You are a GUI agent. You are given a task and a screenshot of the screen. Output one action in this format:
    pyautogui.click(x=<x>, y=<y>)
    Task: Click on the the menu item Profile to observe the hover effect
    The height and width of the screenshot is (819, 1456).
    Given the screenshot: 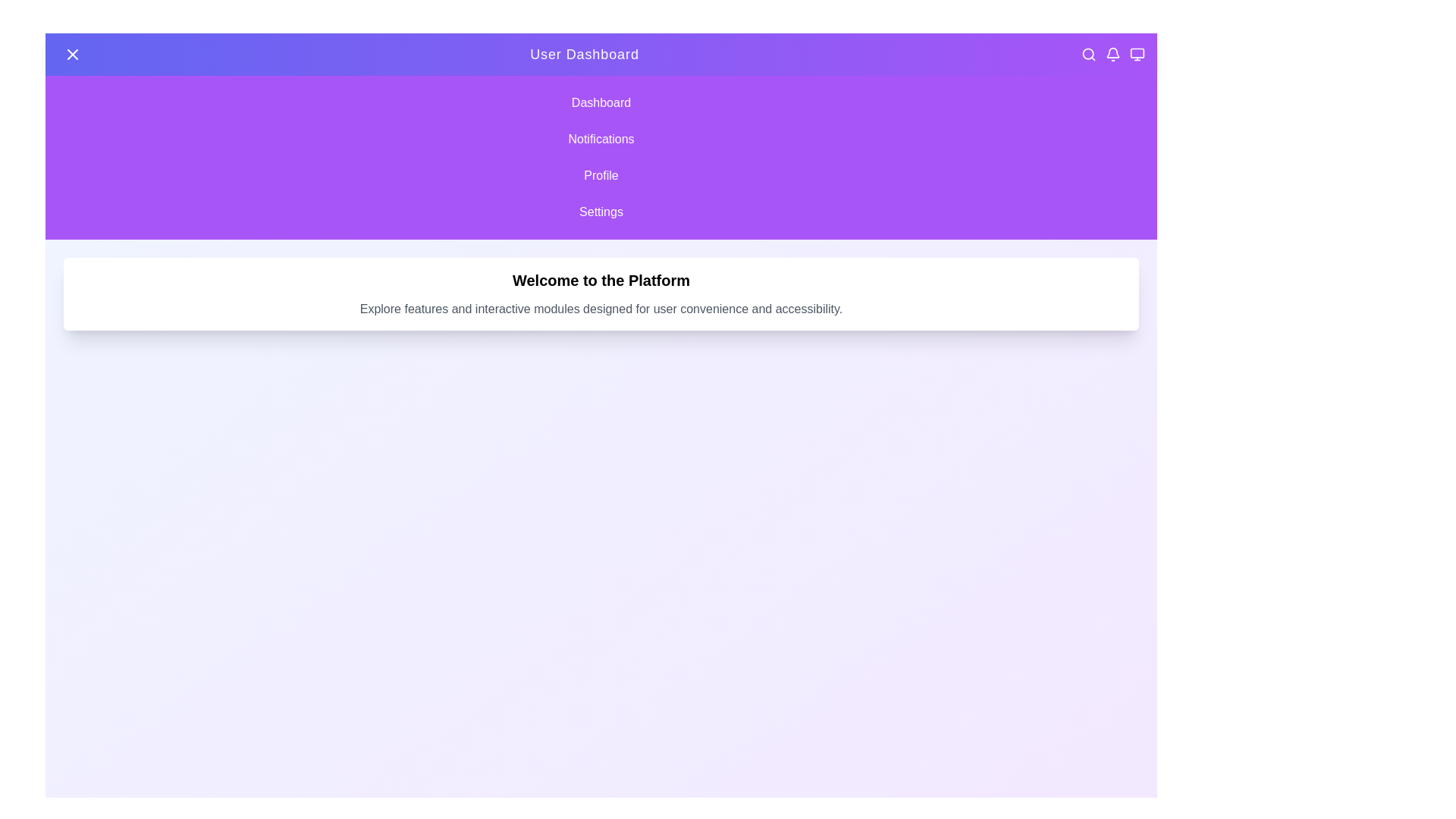 What is the action you would take?
    pyautogui.click(x=600, y=174)
    